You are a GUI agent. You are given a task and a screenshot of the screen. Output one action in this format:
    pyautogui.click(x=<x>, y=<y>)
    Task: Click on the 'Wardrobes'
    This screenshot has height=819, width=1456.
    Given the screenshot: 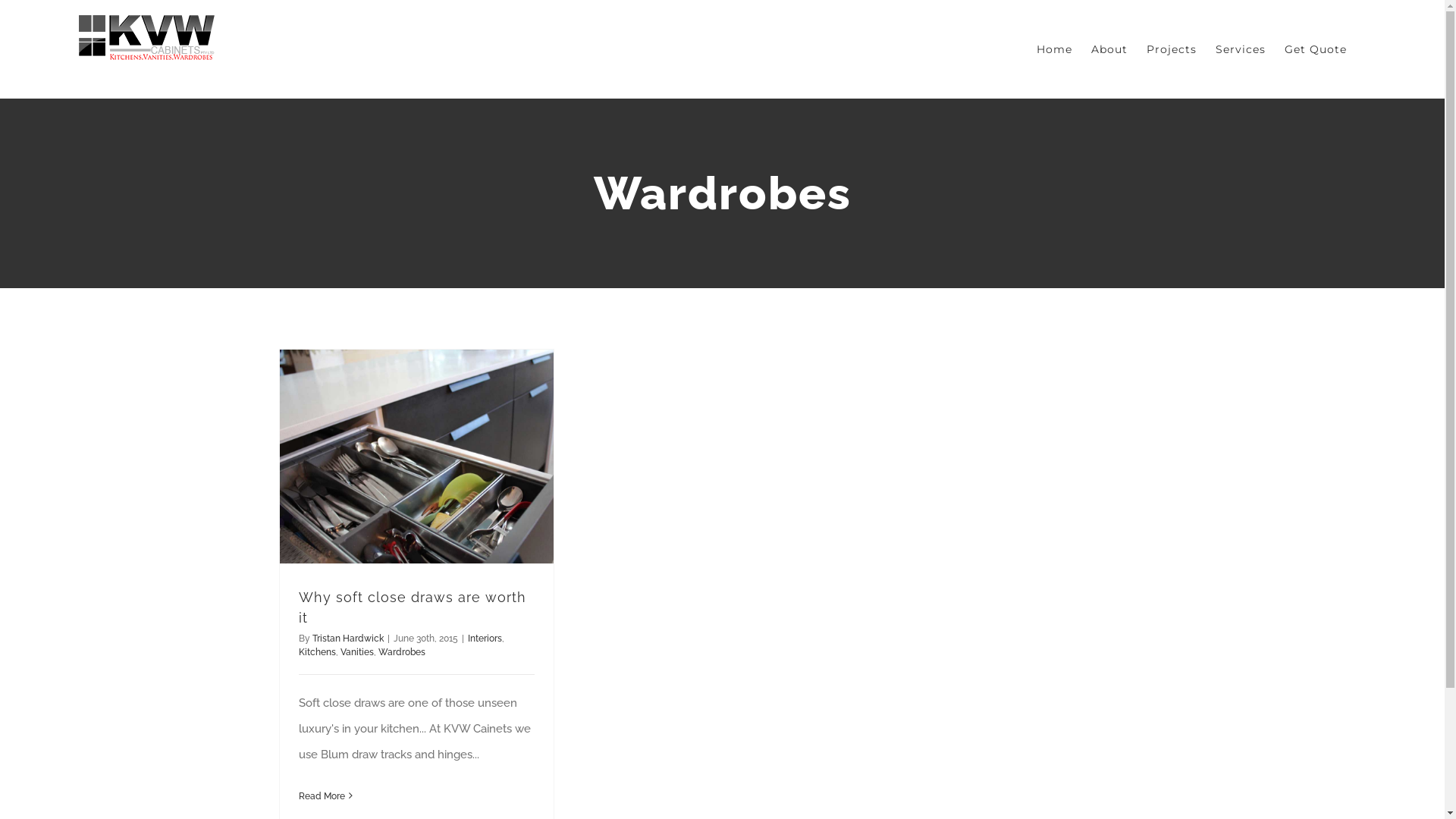 What is the action you would take?
    pyautogui.click(x=400, y=651)
    